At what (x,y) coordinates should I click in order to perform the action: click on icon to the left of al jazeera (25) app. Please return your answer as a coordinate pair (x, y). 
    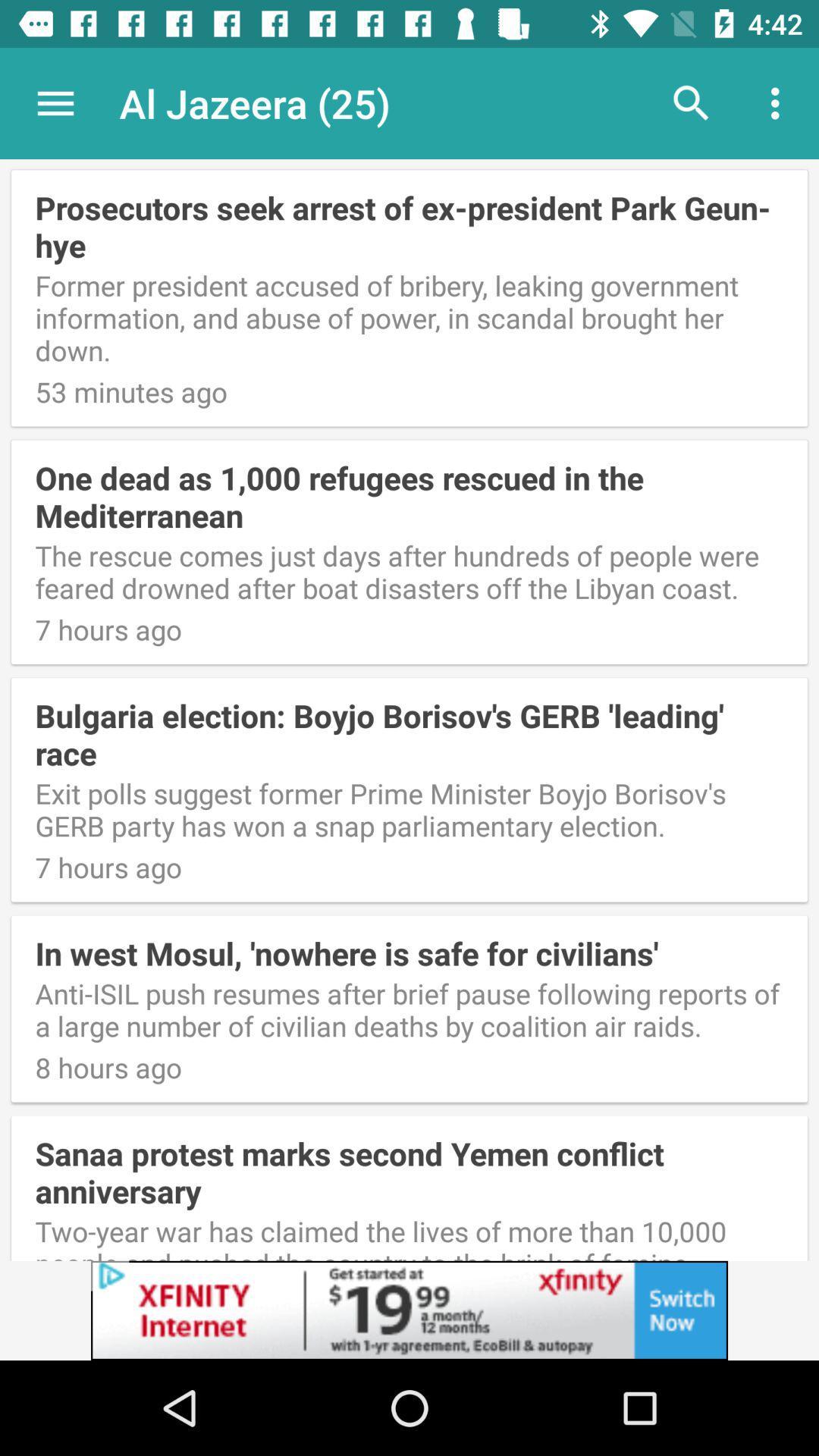
    Looking at the image, I should click on (55, 102).